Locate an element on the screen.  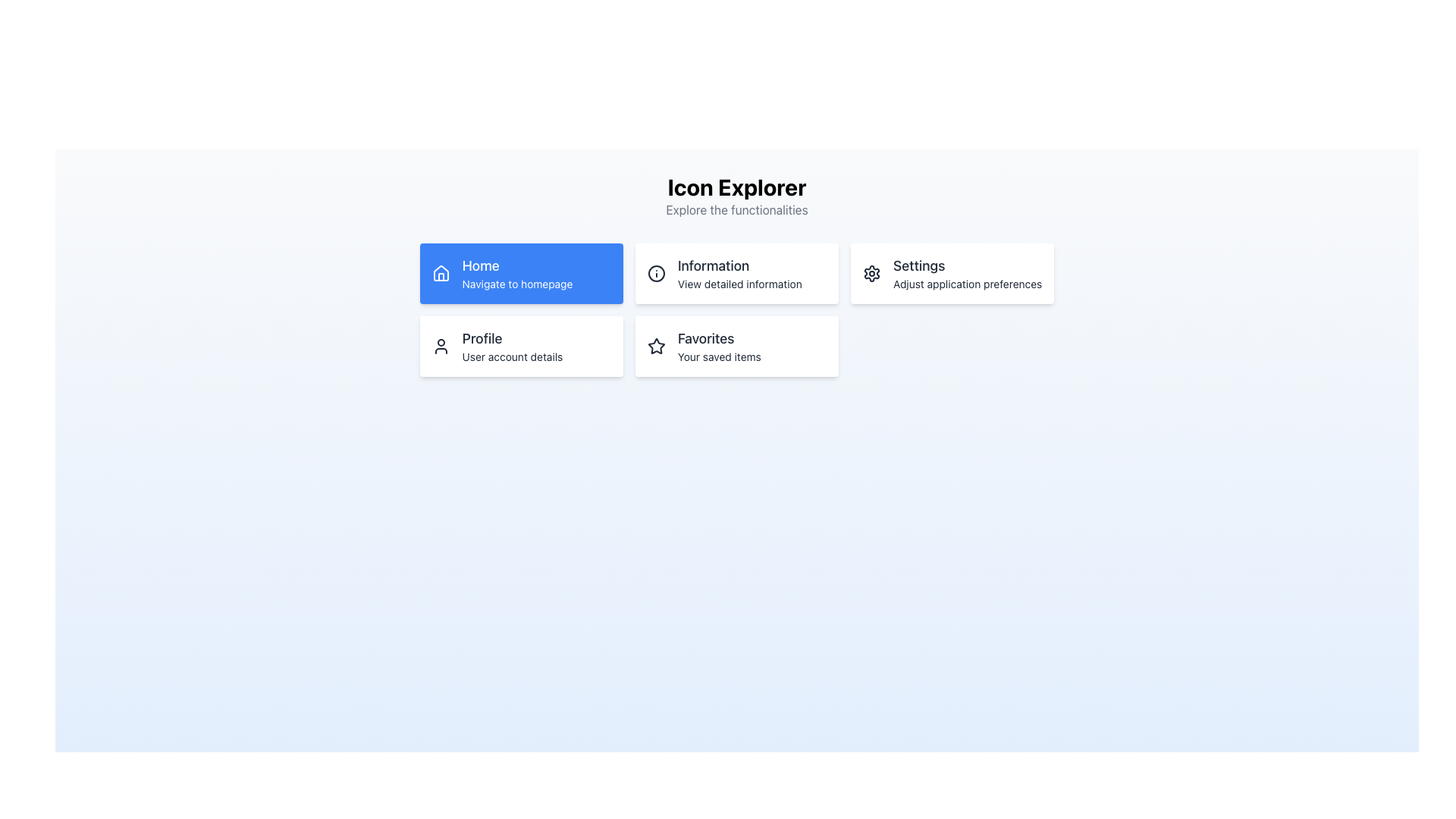
the star icon with a hollow outline, which is positioned to the left of the 'Favorites' text in the card layout located in the bottom-right area of the interface is located at coordinates (656, 346).